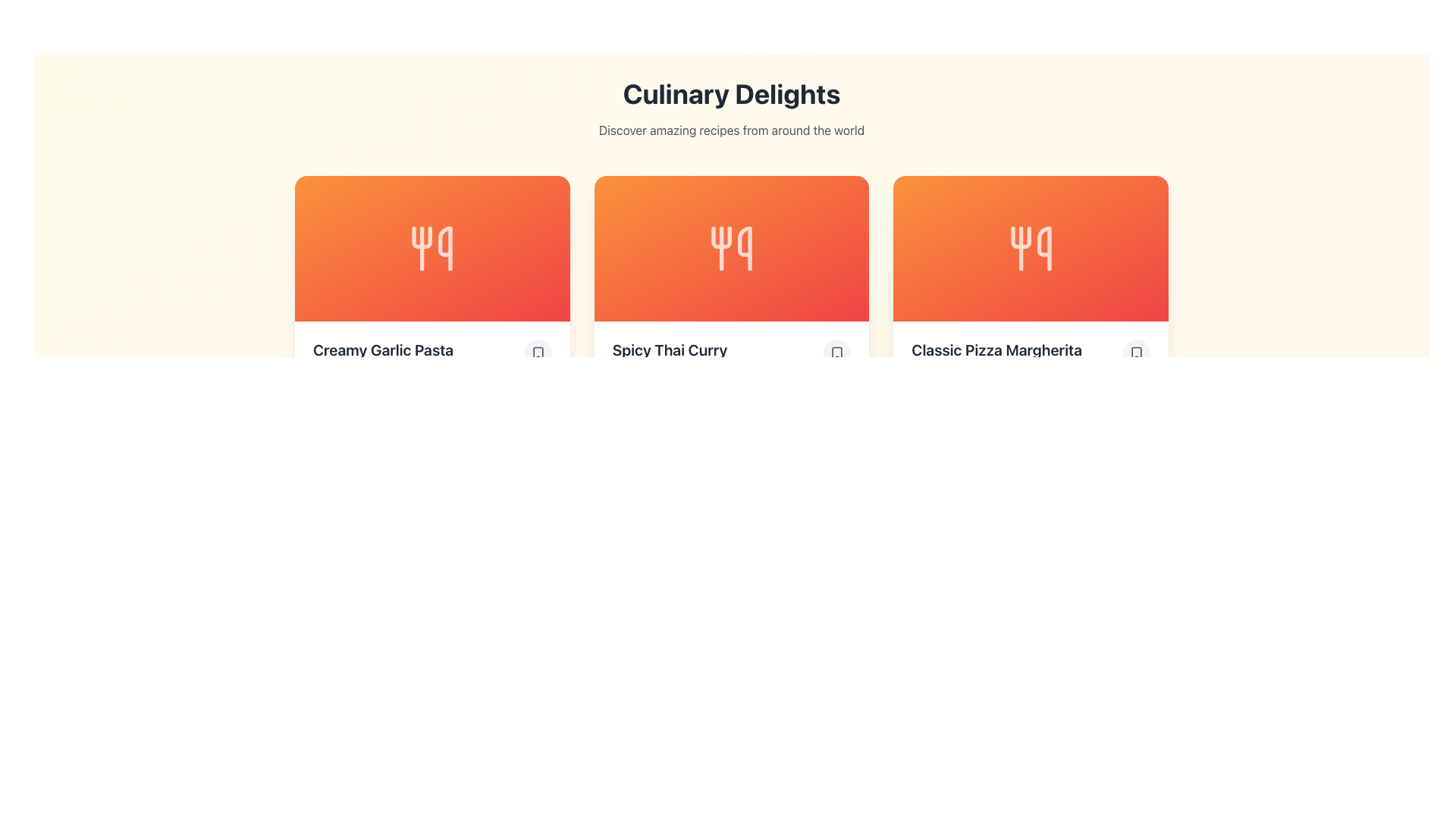 This screenshot has width=1456, height=819. What do you see at coordinates (720, 237) in the screenshot?
I see `the appearance of the small vertical rectangular icon located in the orange-themed card labeled 'Spicy Thai Curry.'` at bounding box center [720, 237].